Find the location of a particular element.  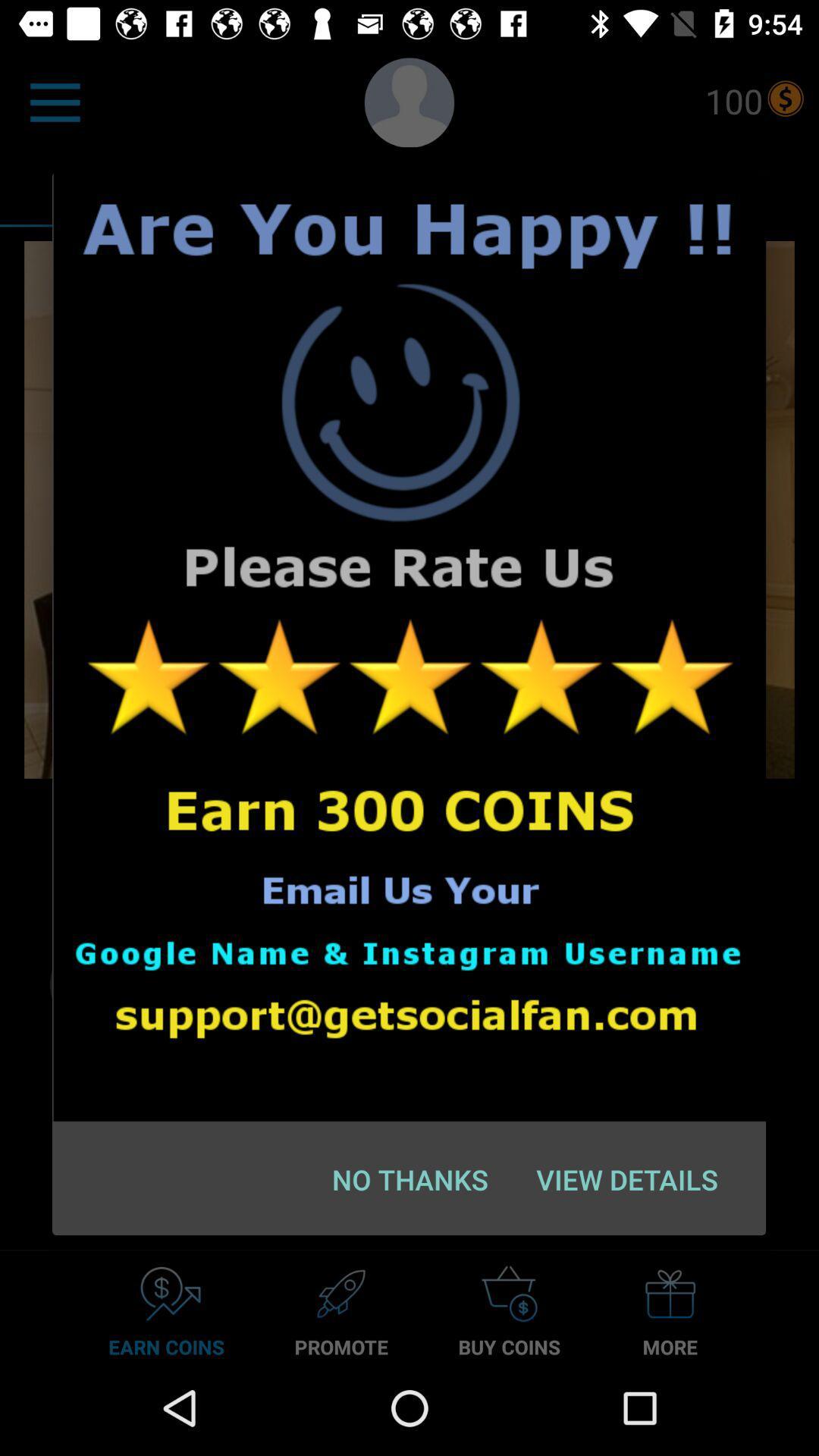

the view details item is located at coordinates (627, 1178).